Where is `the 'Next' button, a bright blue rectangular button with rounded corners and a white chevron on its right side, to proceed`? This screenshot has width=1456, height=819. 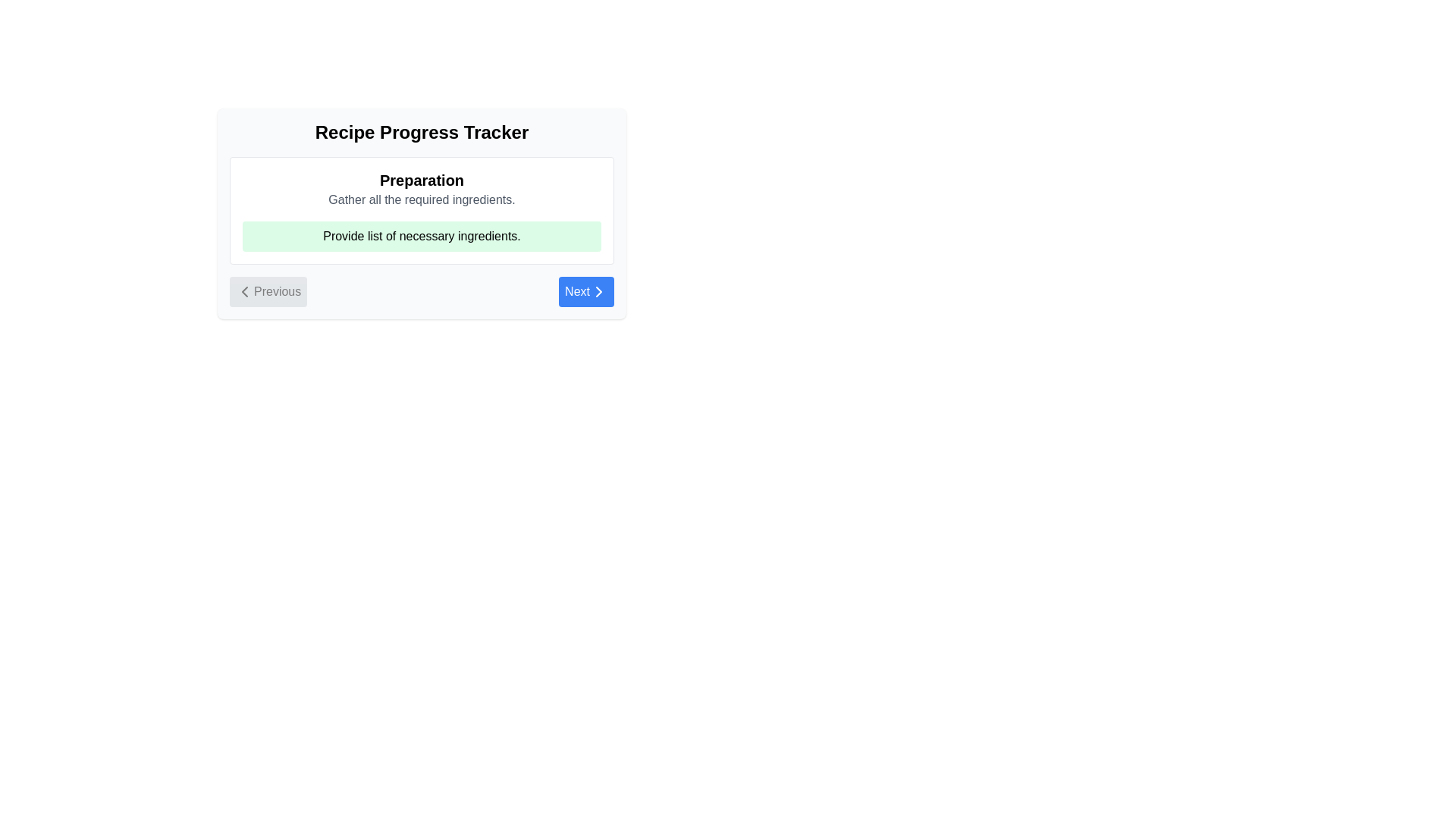 the 'Next' button, a bright blue rectangular button with rounded corners and a white chevron on its right side, to proceed is located at coordinates (585, 292).